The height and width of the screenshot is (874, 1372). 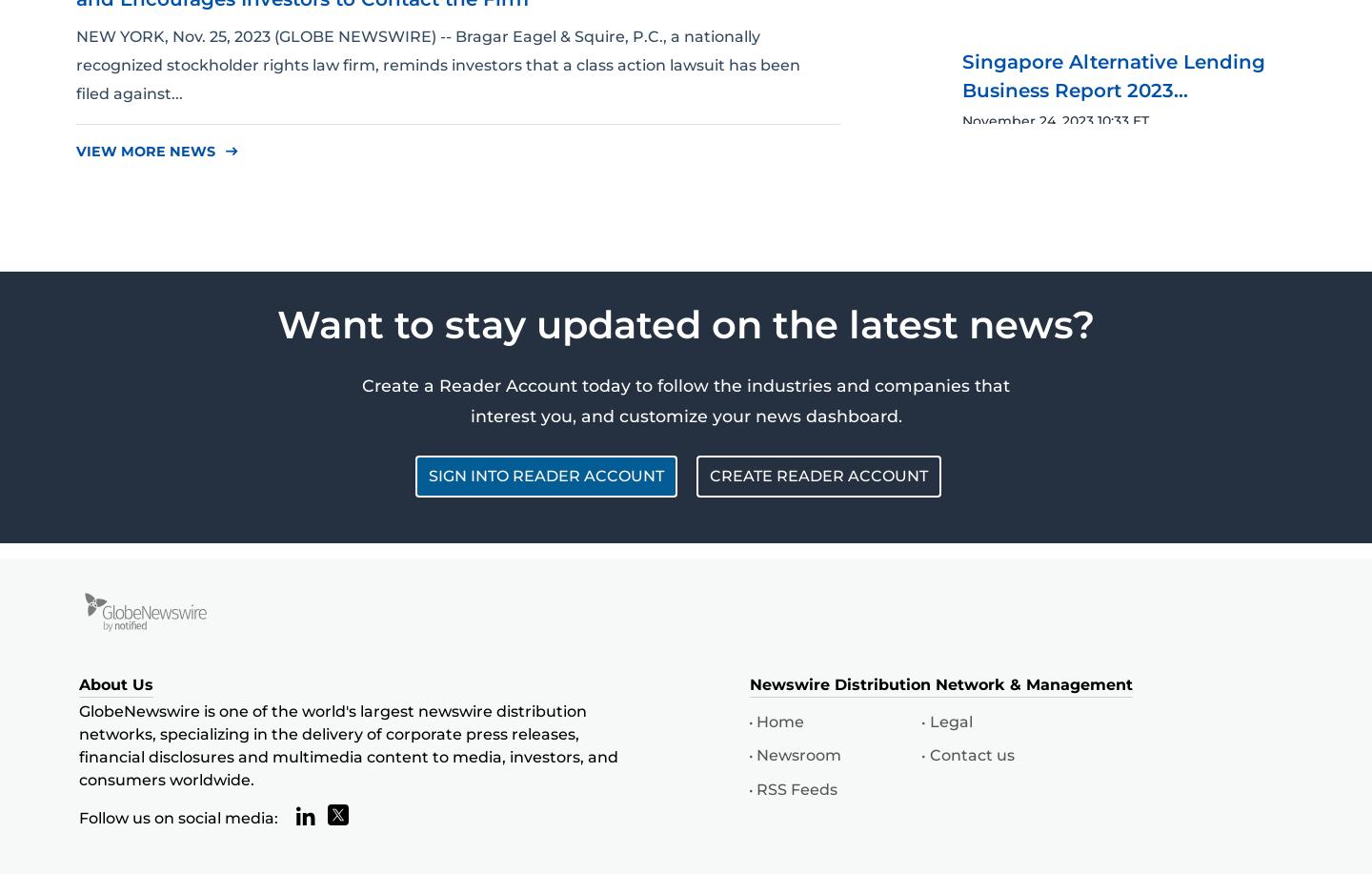 What do you see at coordinates (797, 788) in the screenshot?
I see `'RSS Feeds'` at bounding box center [797, 788].